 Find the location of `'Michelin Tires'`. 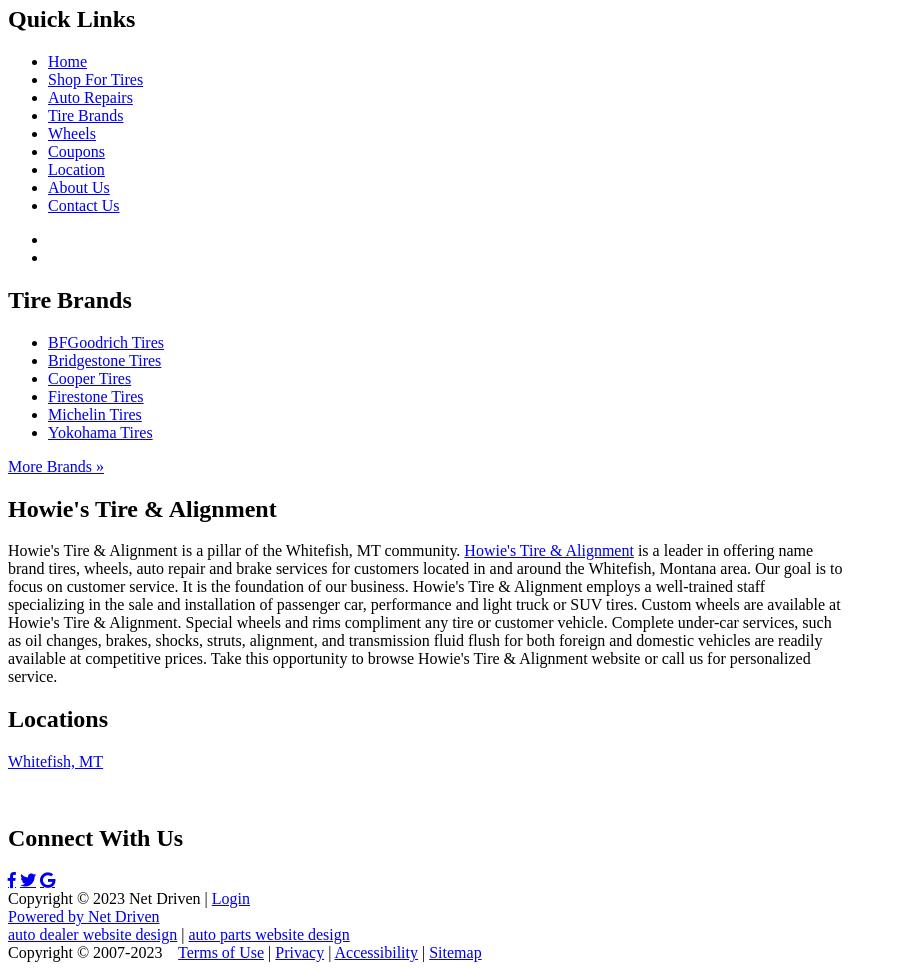

'Michelin Tires' is located at coordinates (93, 412).